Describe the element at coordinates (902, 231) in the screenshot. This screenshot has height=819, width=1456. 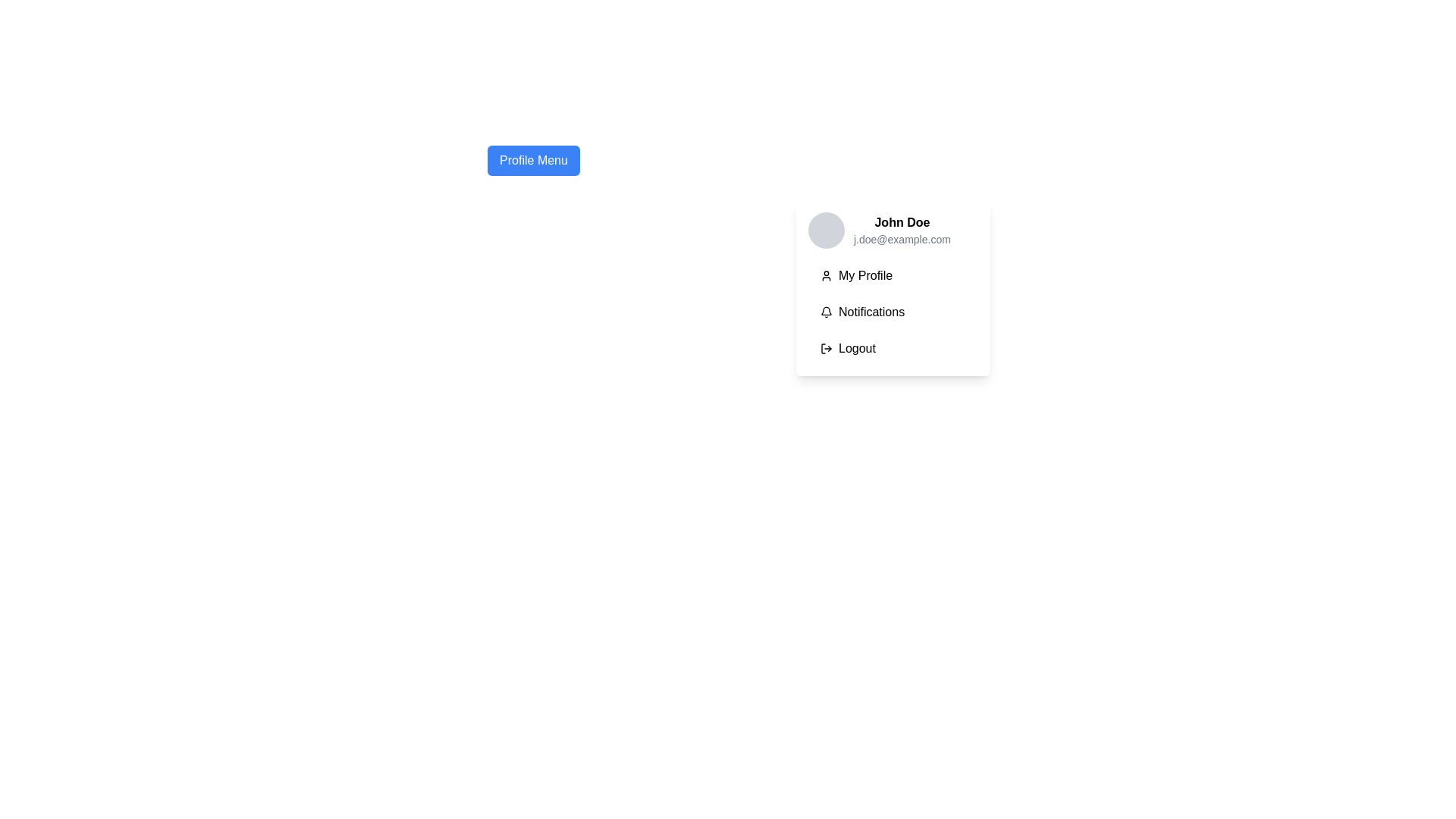
I see `the profile label displaying 'John Doe' and 'j.doe@example.com' in the profile dropdown menu` at that location.